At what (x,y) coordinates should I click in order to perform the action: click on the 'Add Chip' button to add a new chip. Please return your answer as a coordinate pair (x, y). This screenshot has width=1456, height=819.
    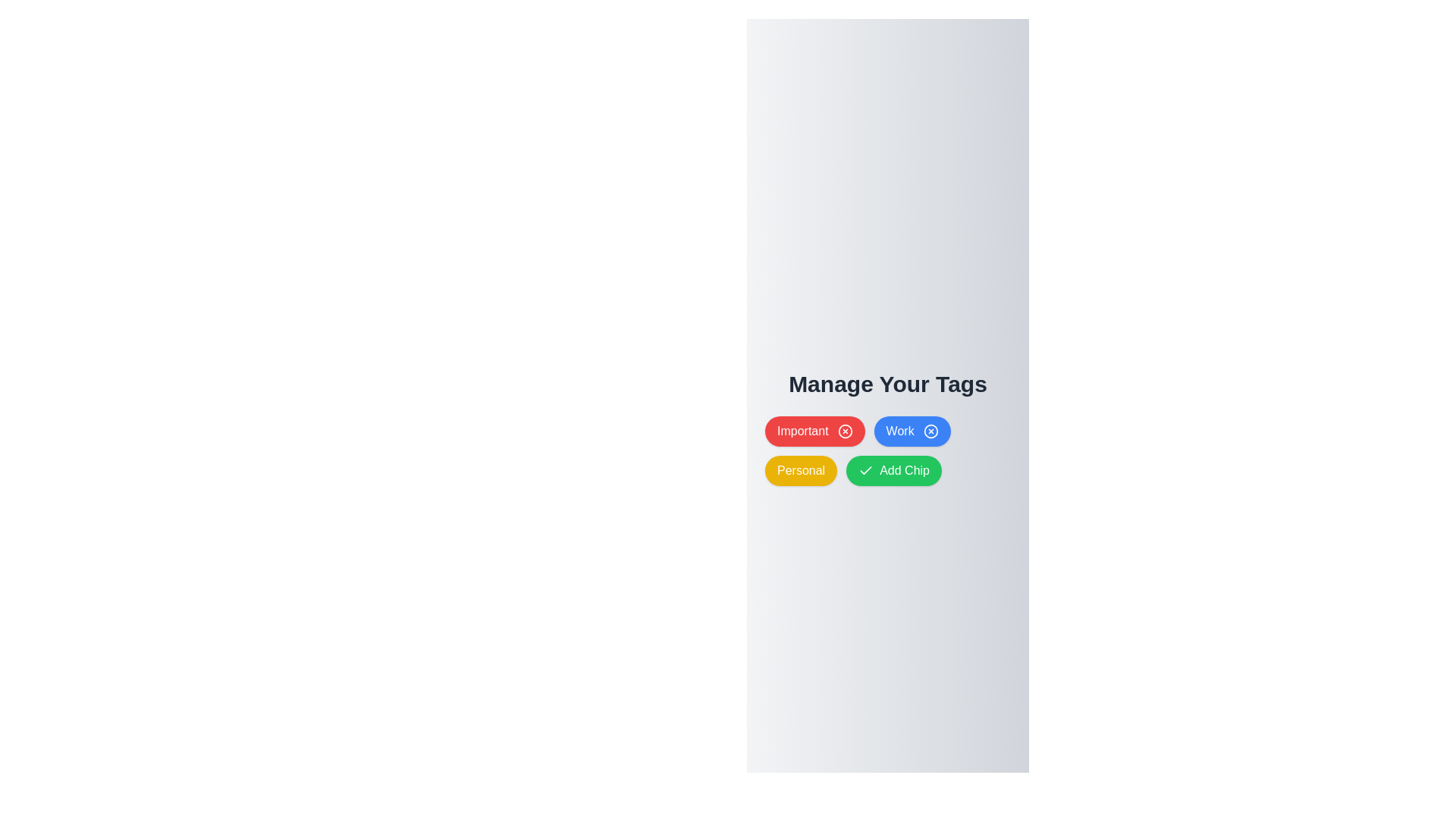
    Looking at the image, I should click on (894, 470).